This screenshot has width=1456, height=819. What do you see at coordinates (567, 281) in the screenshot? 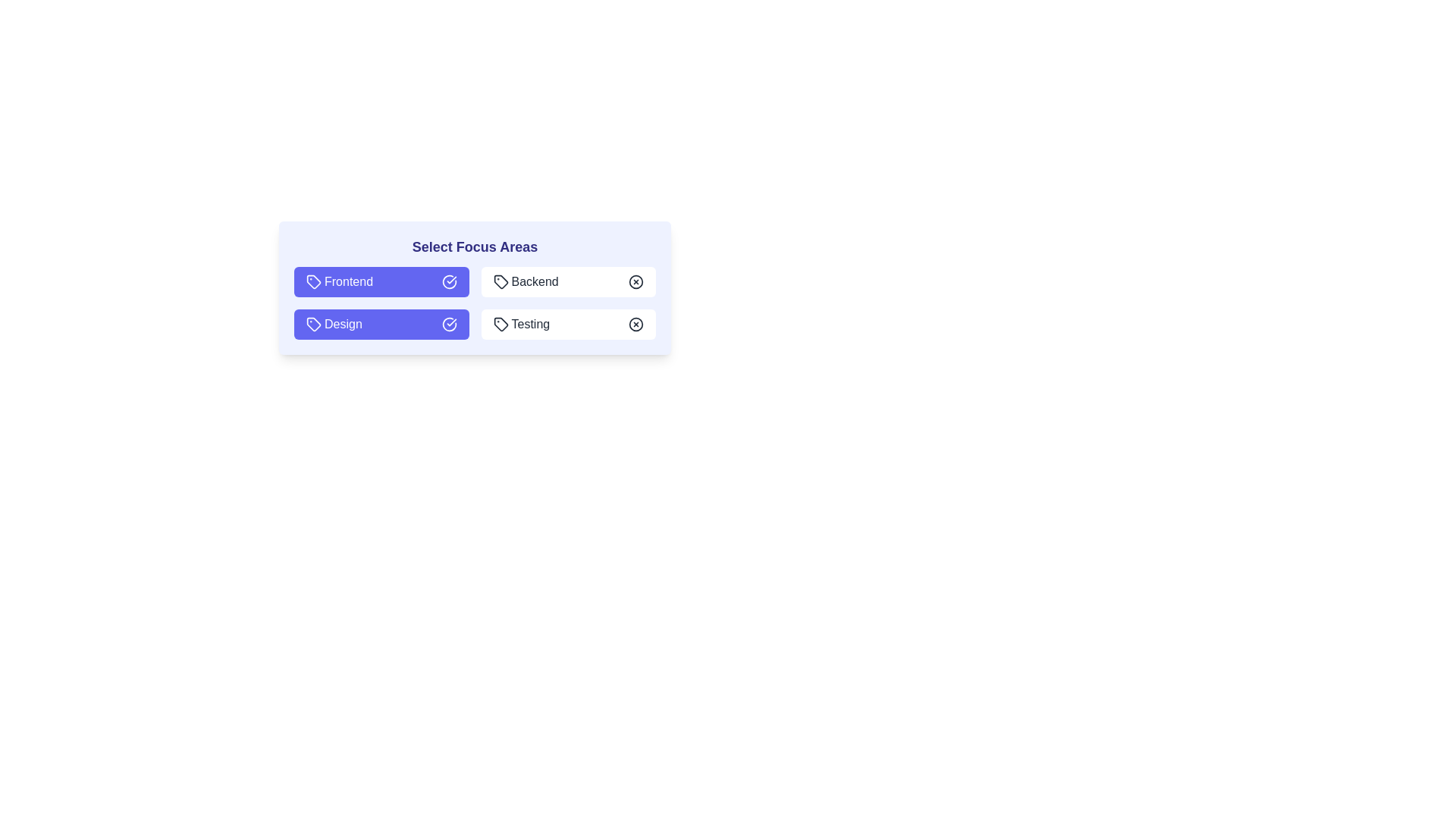
I see `the label Backend to toggle its selection state` at bounding box center [567, 281].